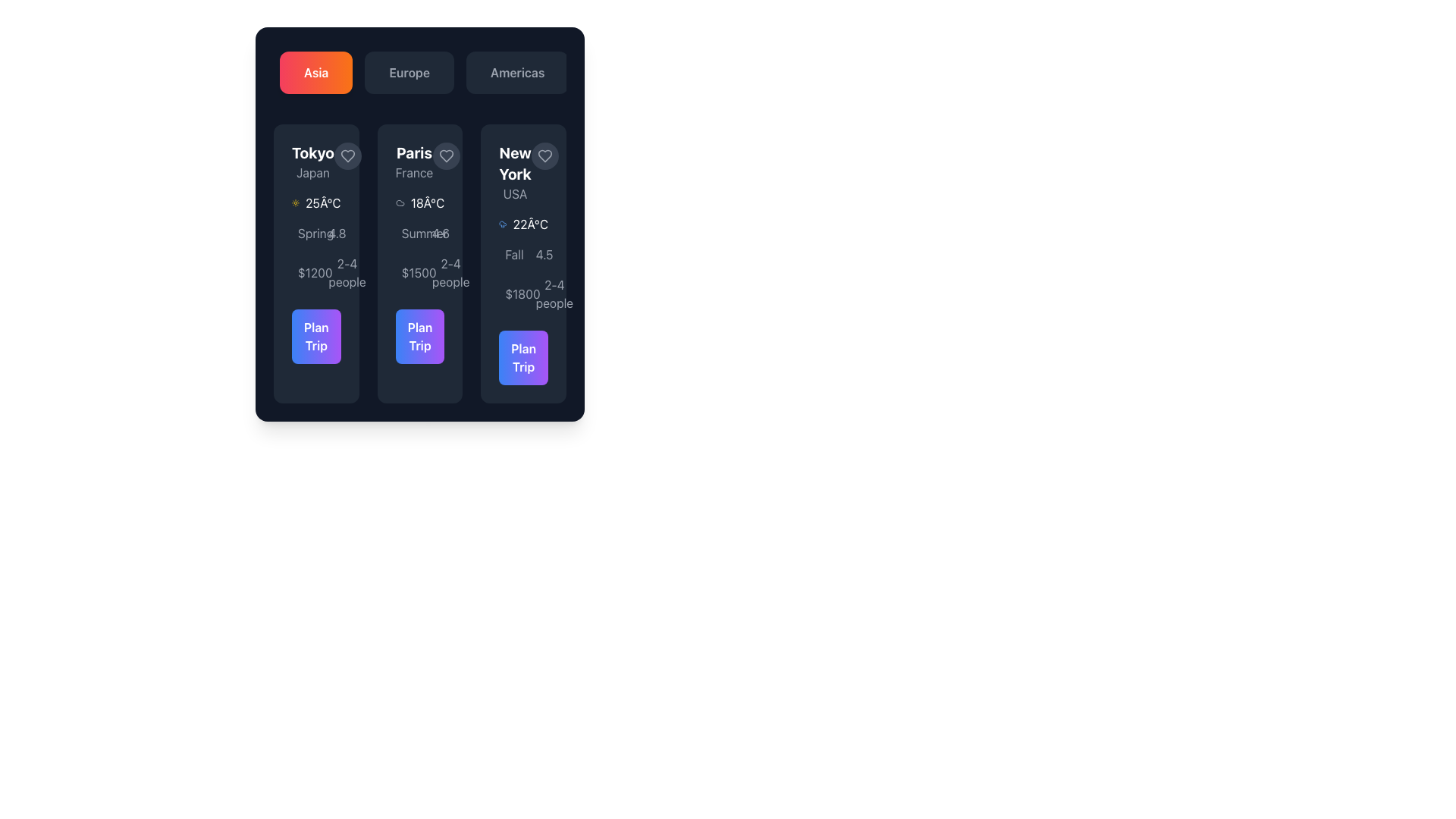  Describe the element at coordinates (331, 234) in the screenshot. I see `the text displaying the rating or score for the trip under the 'Tokyo' heading, located below 'Spring' and above '$1200'` at that location.